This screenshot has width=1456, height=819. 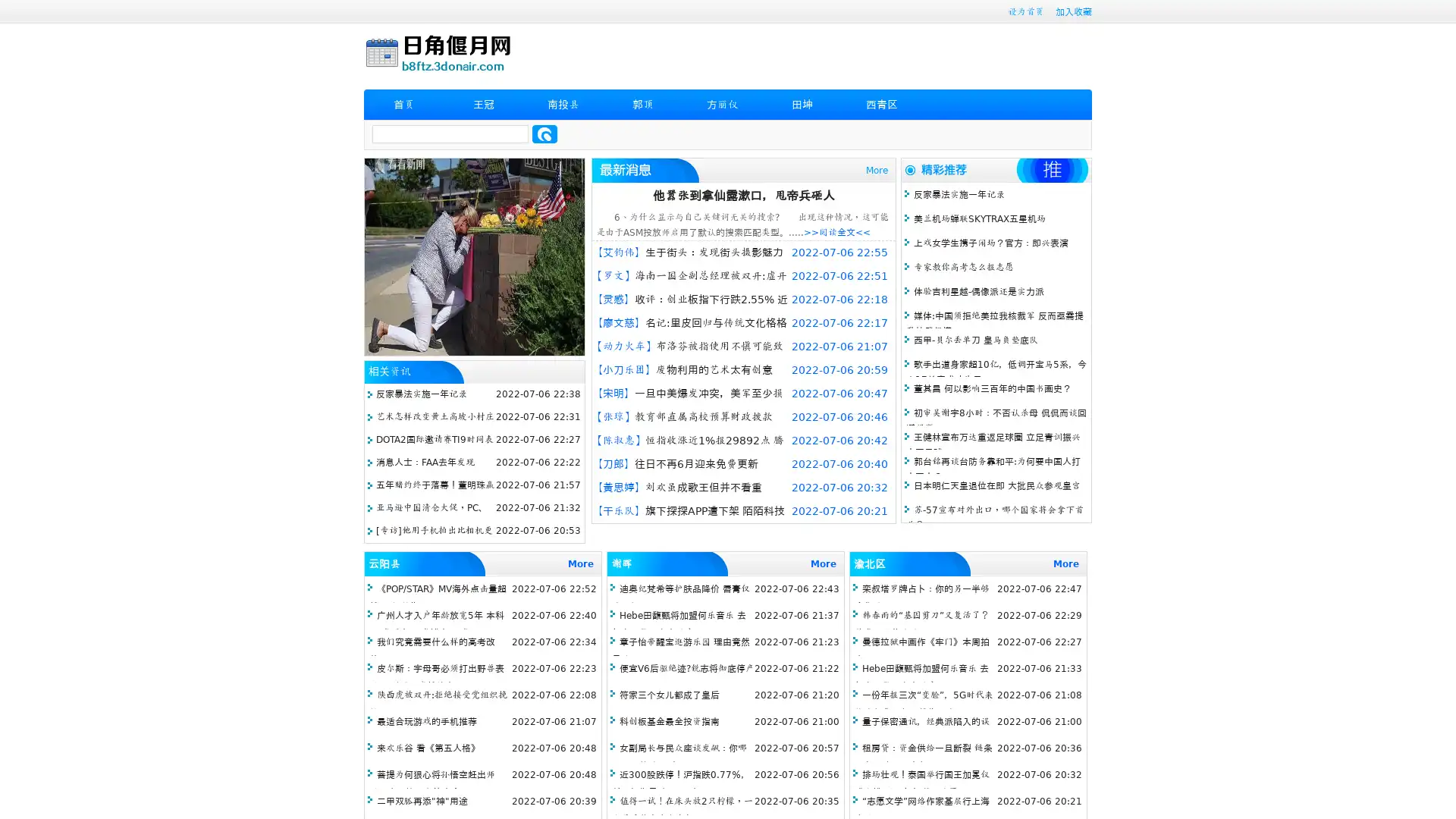 What do you see at coordinates (544, 133) in the screenshot?
I see `Search` at bounding box center [544, 133].